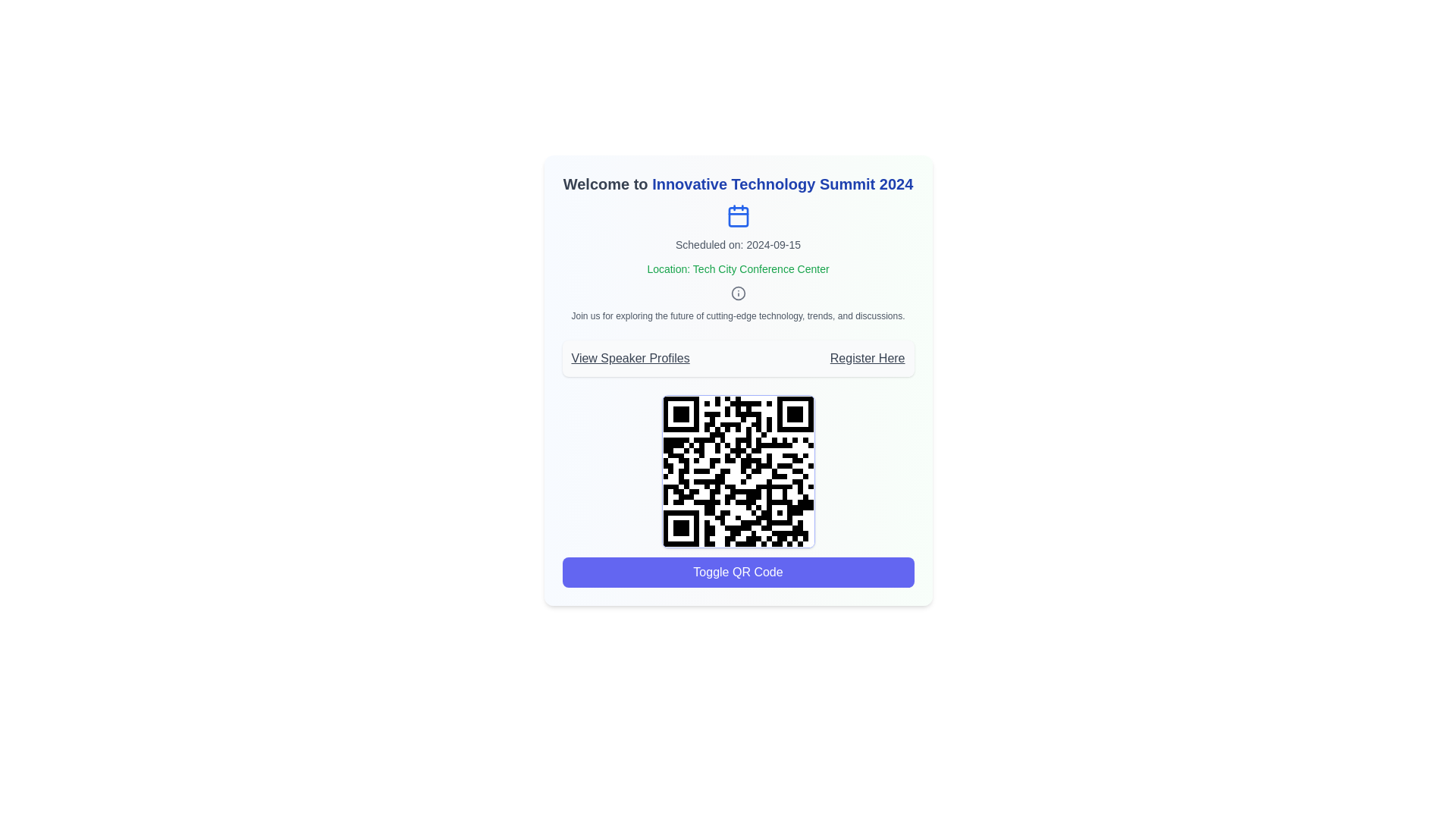  I want to click on the hyperlink that redirects users to the registration page, located to the right of 'View Speaker Profiles', so click(868, 359).